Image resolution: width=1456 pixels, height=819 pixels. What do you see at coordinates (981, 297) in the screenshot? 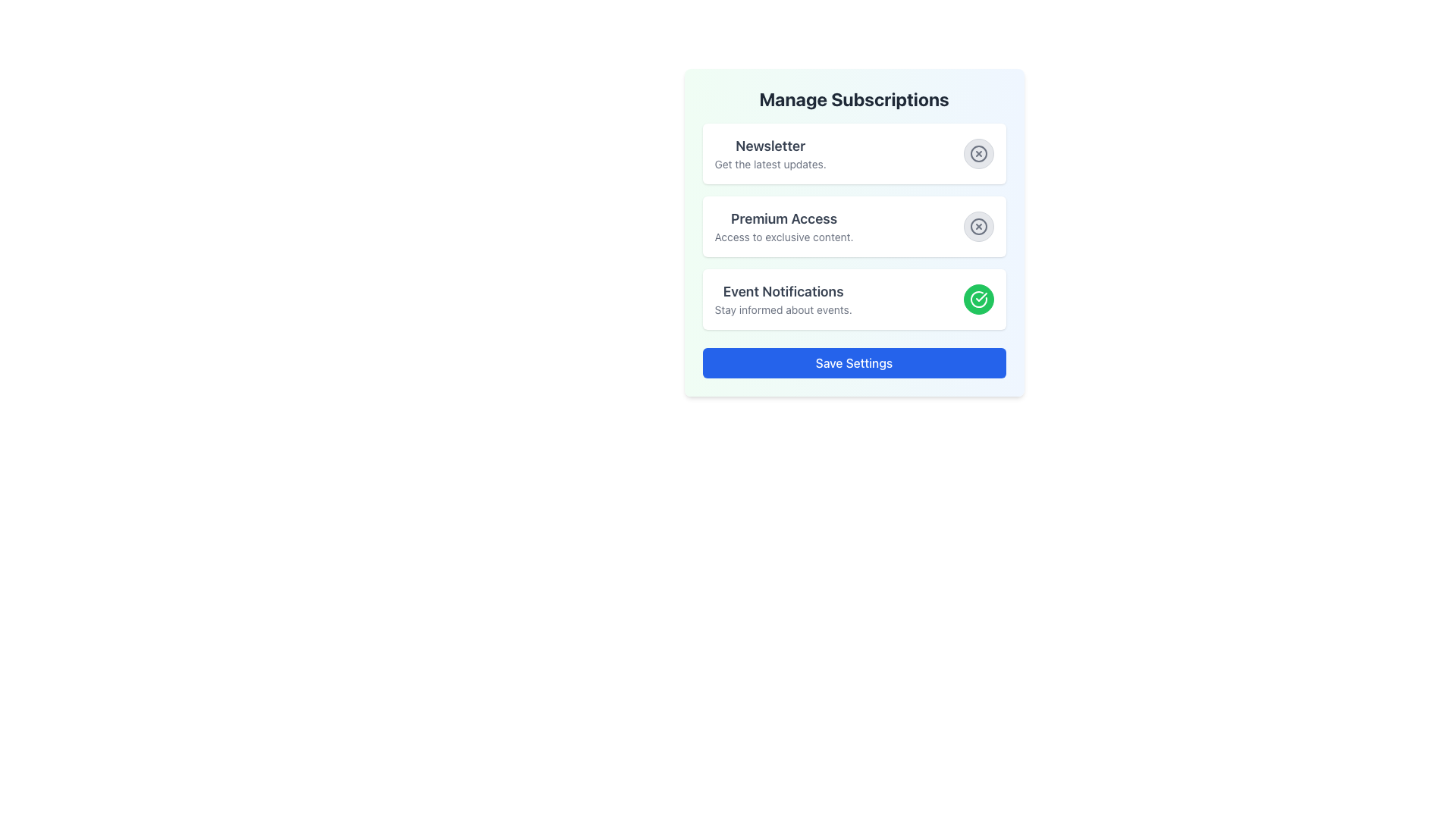
I see `the small checkmark icon, which is part of an SVG image and located next to the 'Event Notifications' label, as a visual indicator` at bounding box center [981, 297].